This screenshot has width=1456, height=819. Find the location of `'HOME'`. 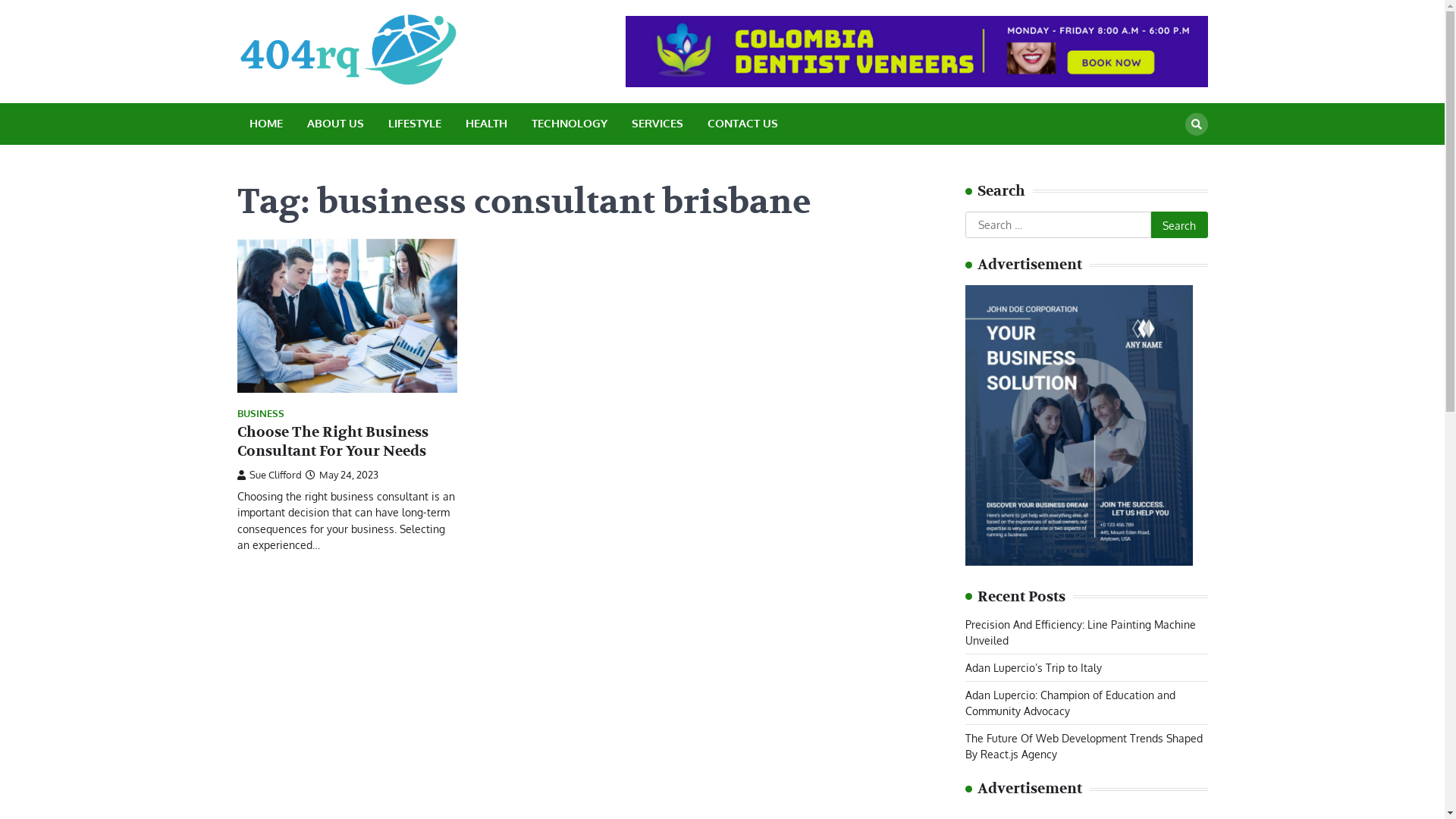

'HOME' is located at coordinates (265, 123).